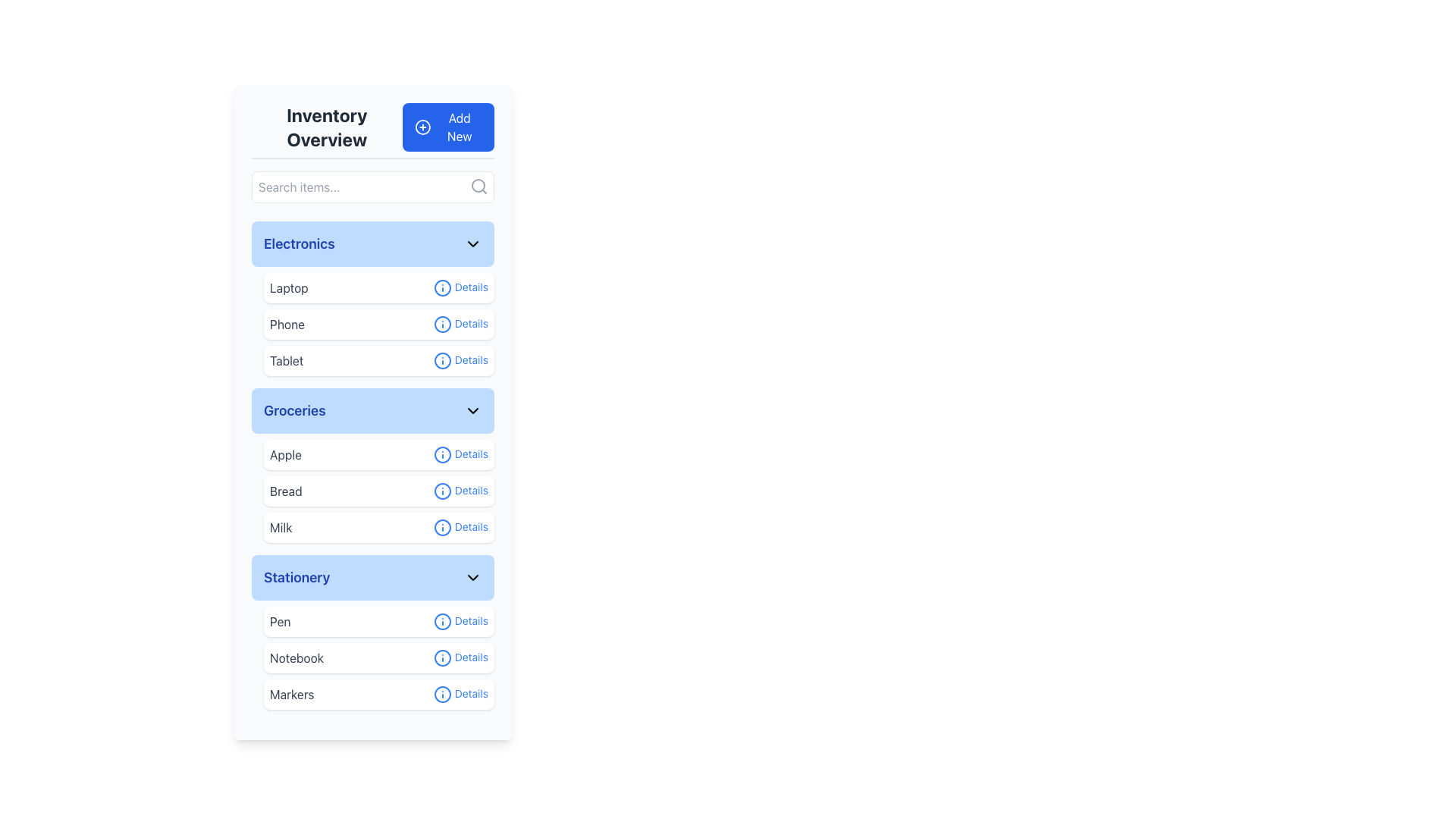 This screenshot has height=819, width=1456. Describe the element at coordinates (326, 127) in the screenshot. I see `the bold dark gray text label located in the header section, positioned to the left of the 'Add New' button` at that location.